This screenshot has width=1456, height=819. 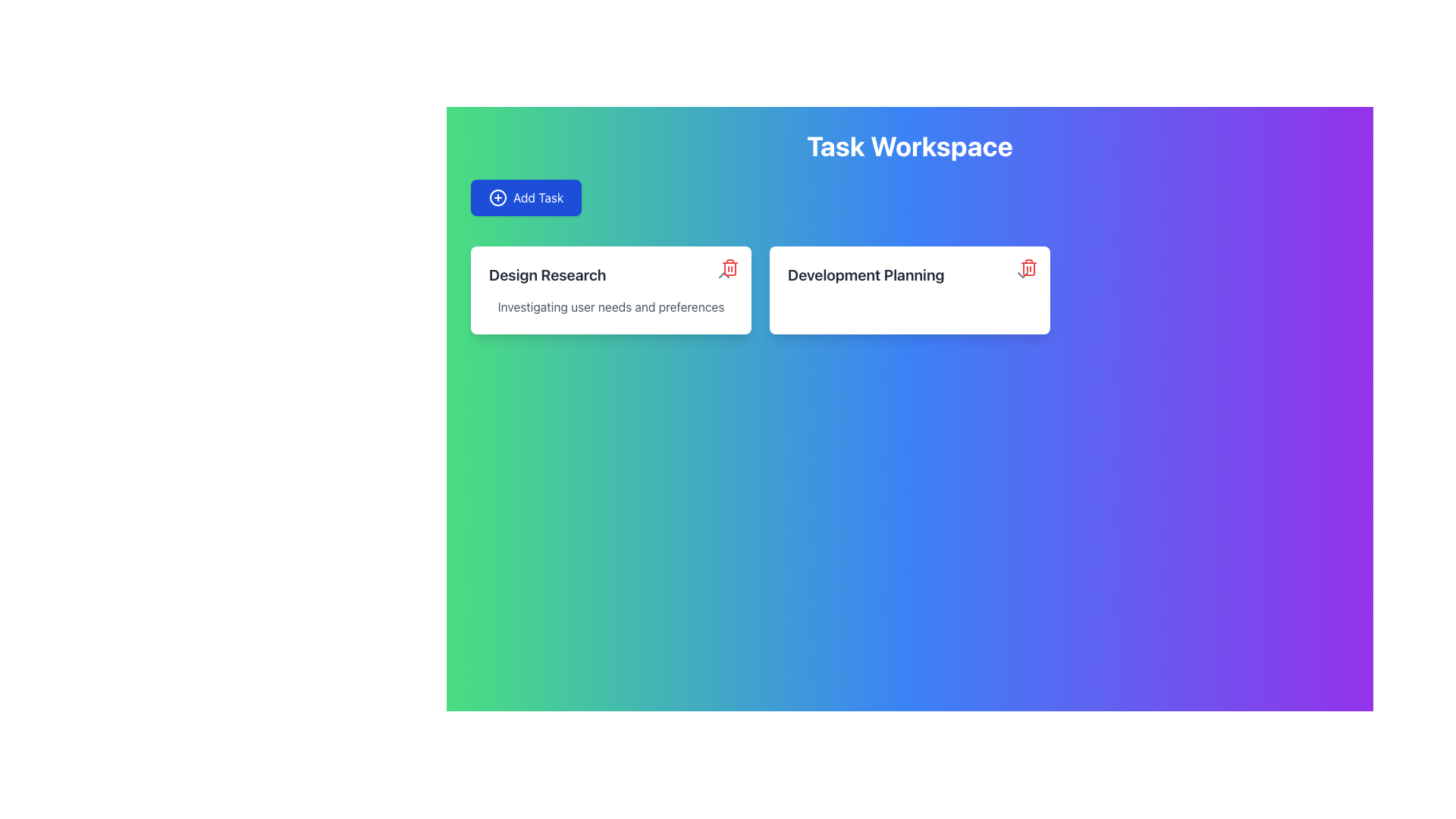 What do you see at coordinates (498, 197) in the screenshot?
I see `the graphical icon resembling a circle with a plus sign inside it, which is part of the 'Add Task' button` at bounding box center [498, 197].